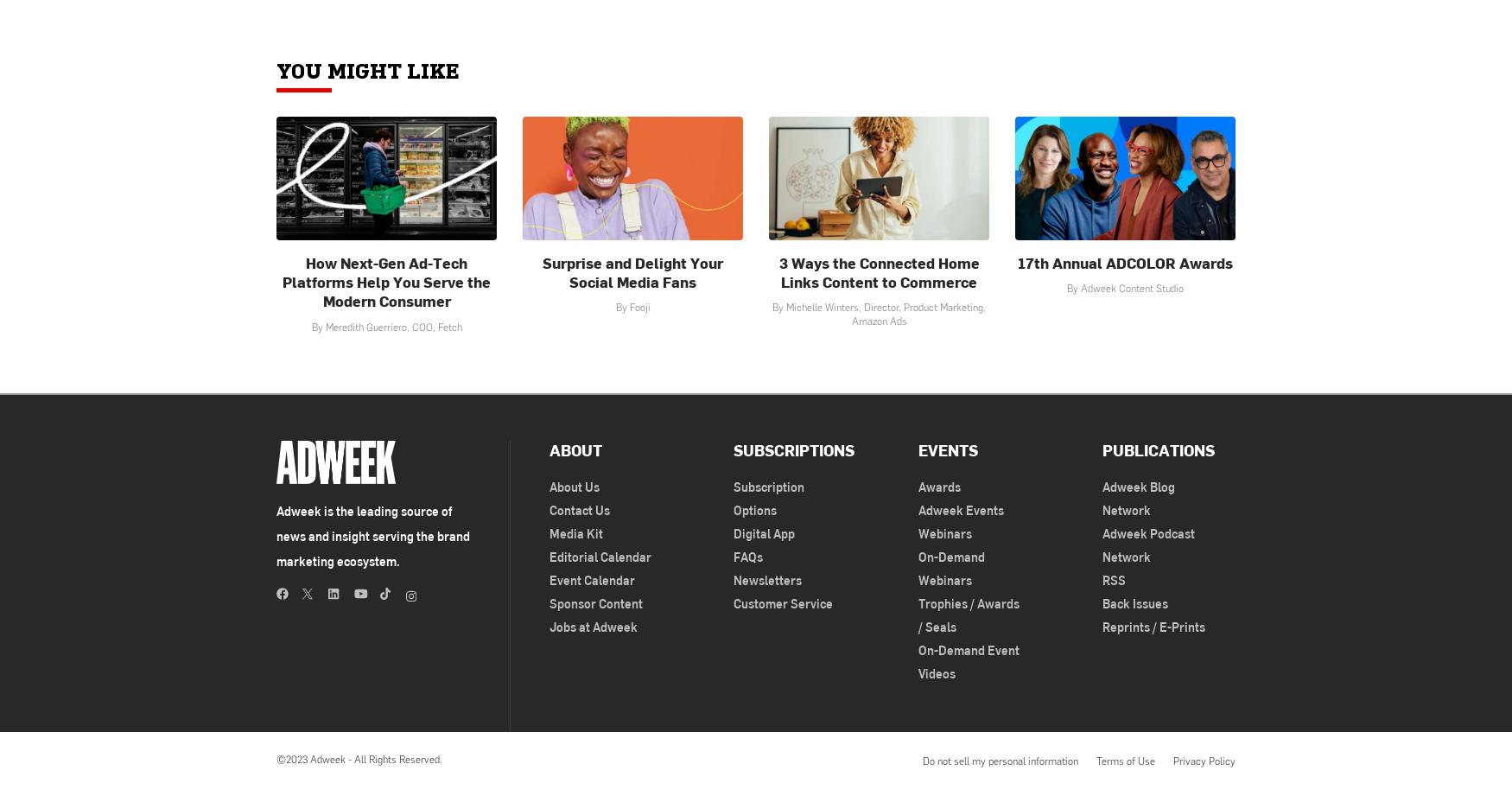 The width and height of the screenshot is (1512, 796). I want to click on 'How Next-Gen Ad-Tech Platforms Help You Serve the Modern Consumer', so click(386, 282).